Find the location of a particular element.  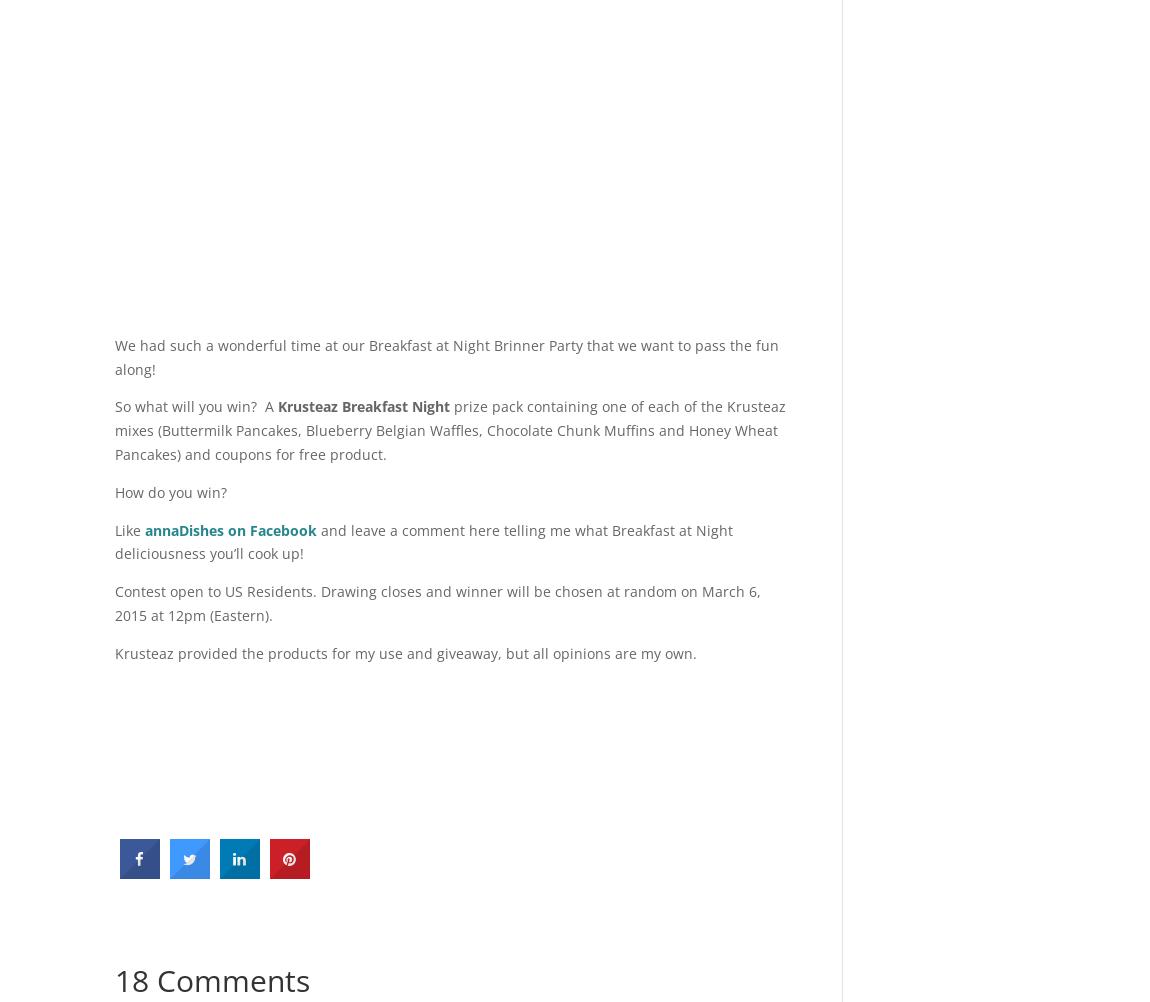

'Krusteaz Breakfast Night' is located at coordinates (363, 406).